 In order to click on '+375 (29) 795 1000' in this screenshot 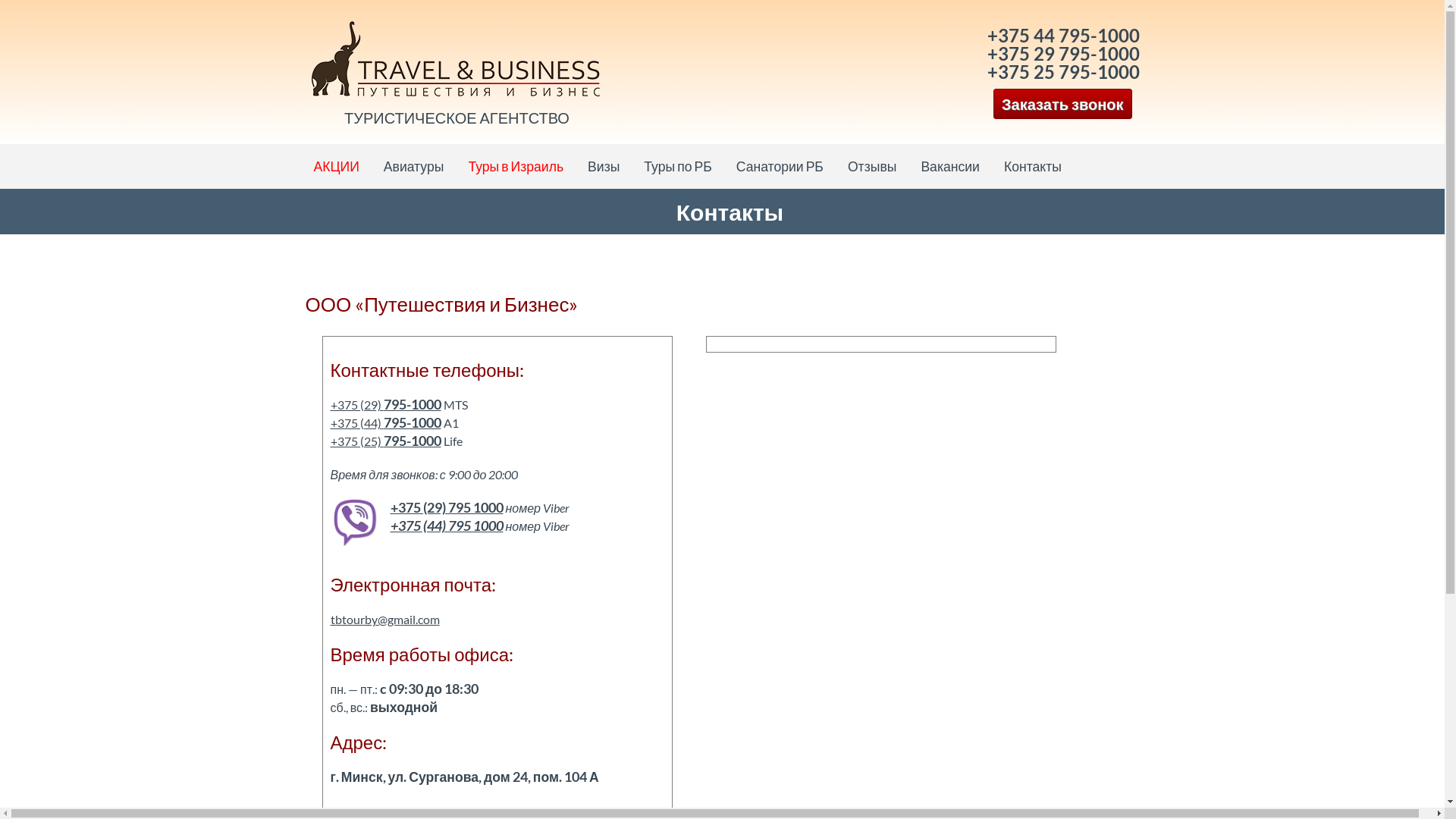, I will do `click(445, 507)`.